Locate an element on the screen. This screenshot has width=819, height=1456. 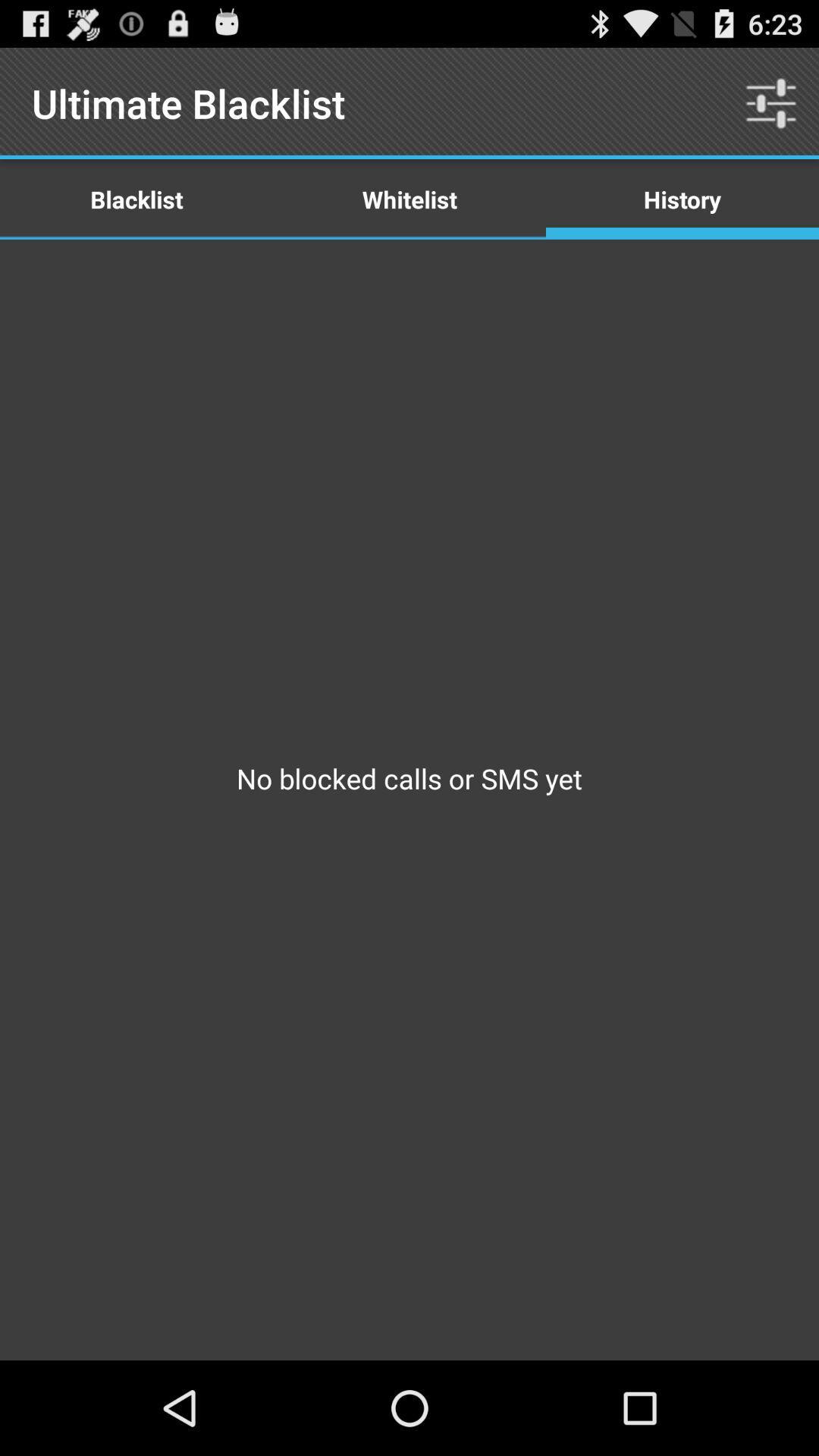
whitelist at the top is located at coordinates (409, 198).